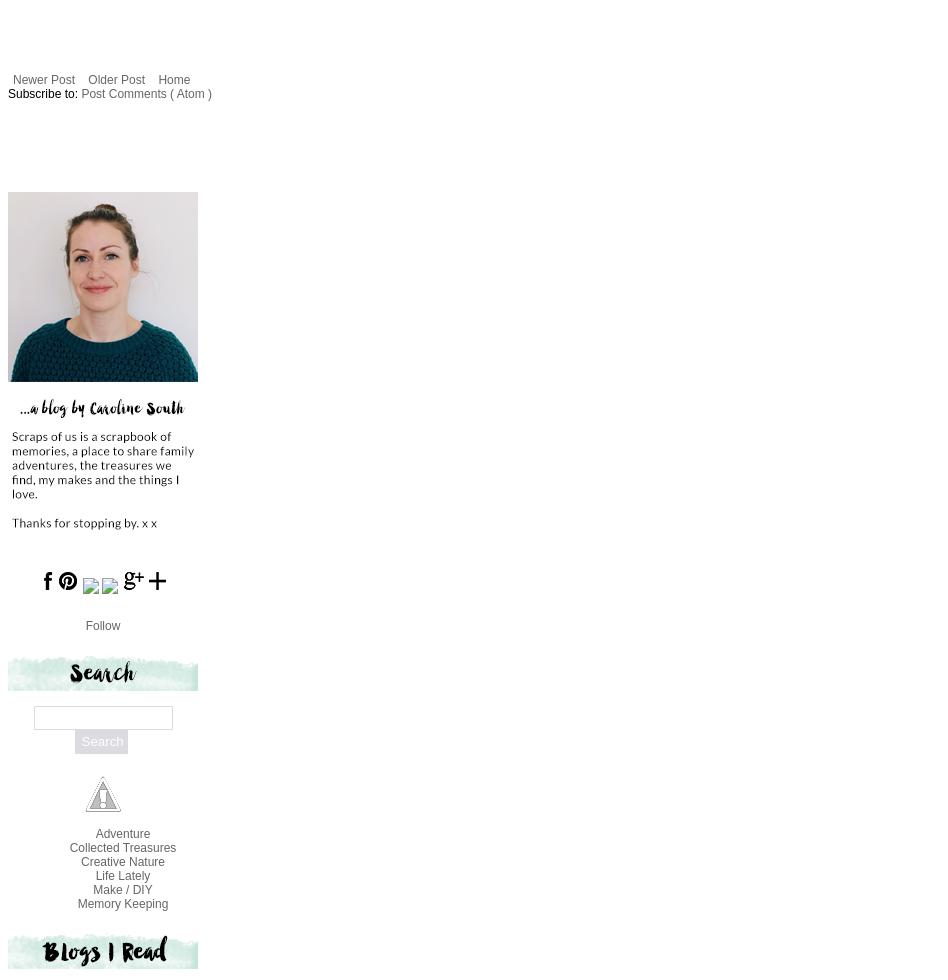 This screenshot has width=948, height=980. What do you see at coordinates (44, 93) in the screenshot?
I see `'Subscribe to:'` at bounding box center [44, 93].